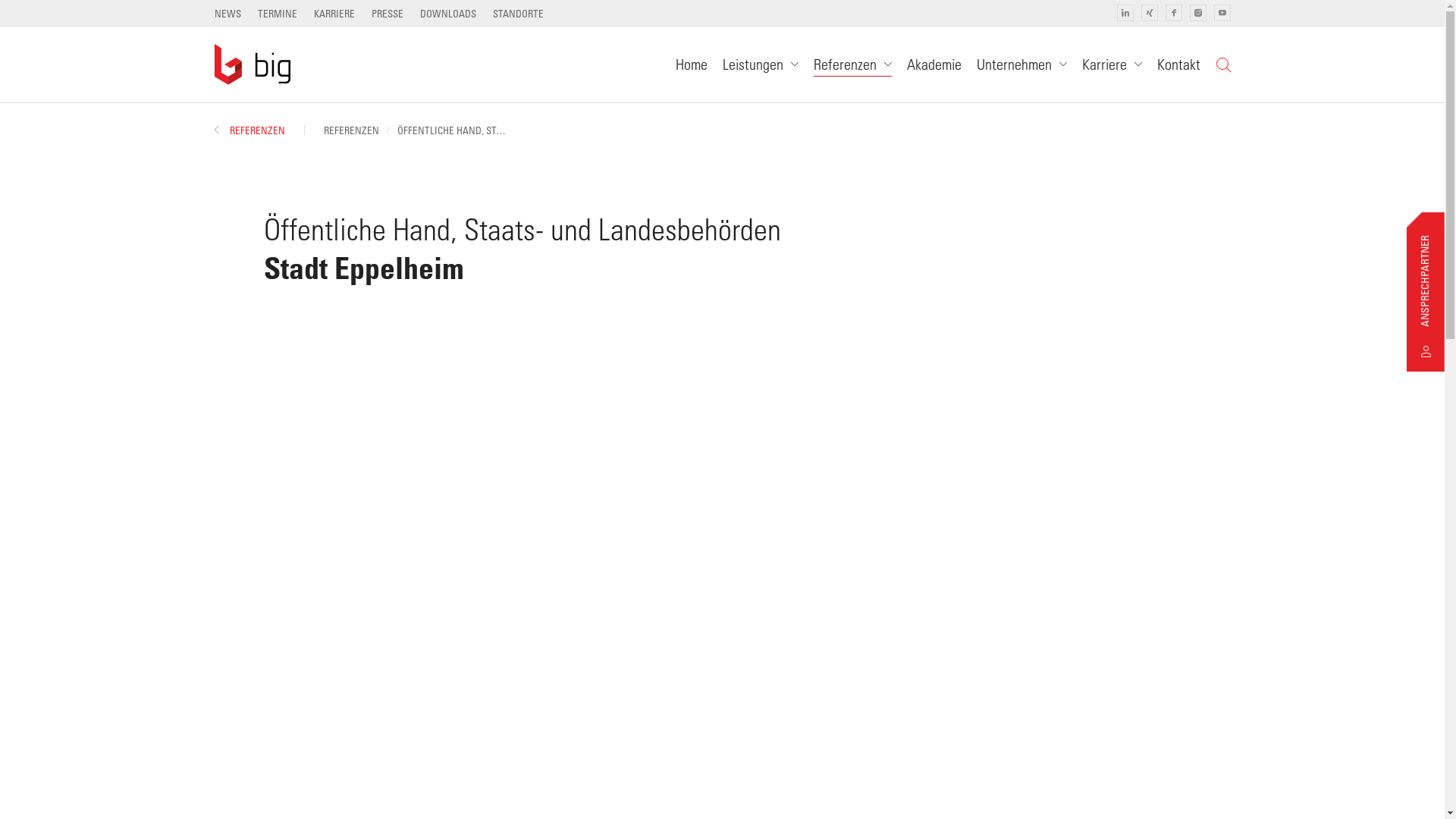 The image size is (1456, 819). Describe the element at coordinates (1178, 63) in the screenshot. I see `'Kontakt'` at that location.